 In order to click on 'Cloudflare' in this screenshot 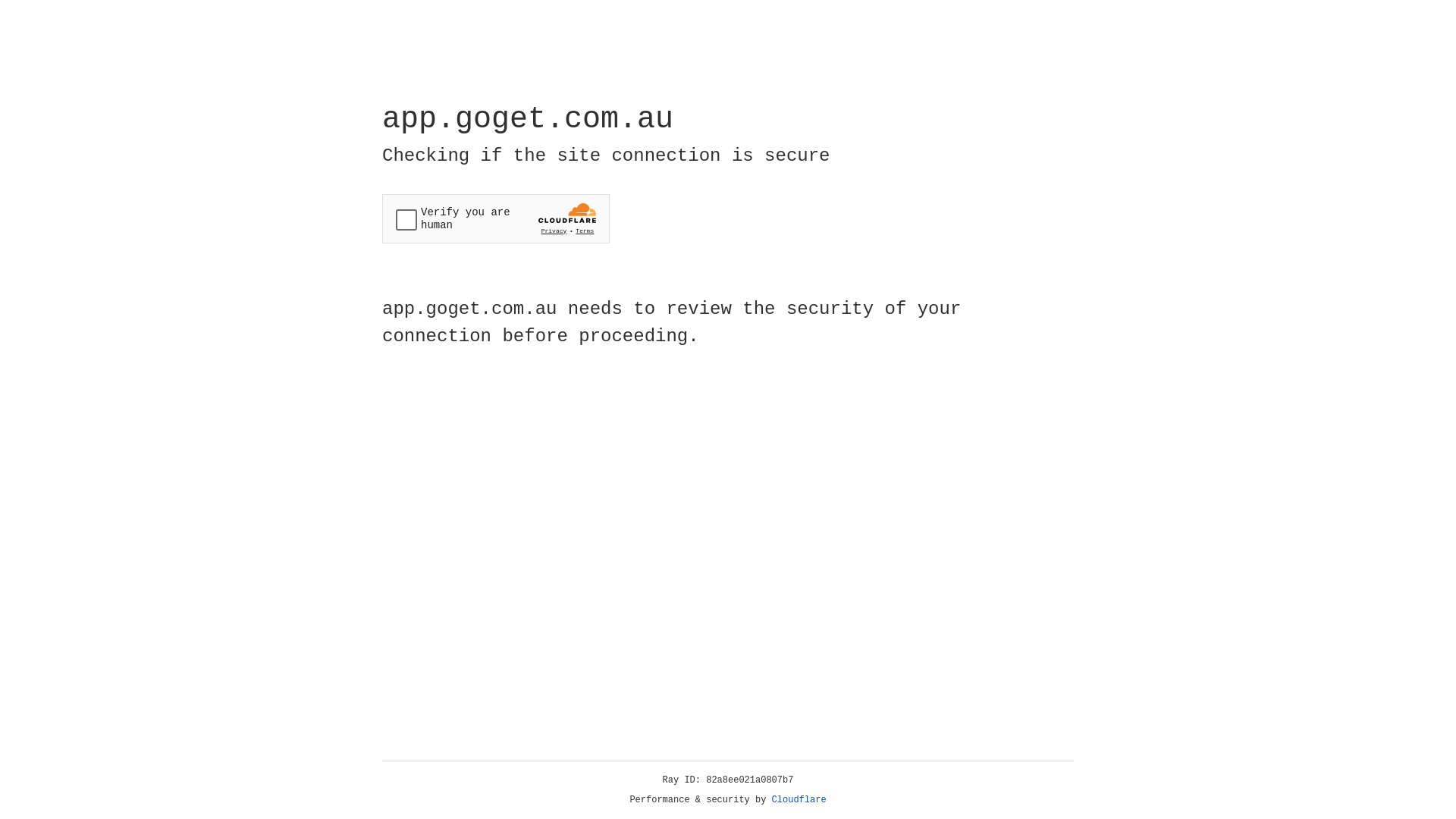, I will do `click(799, 799)`.